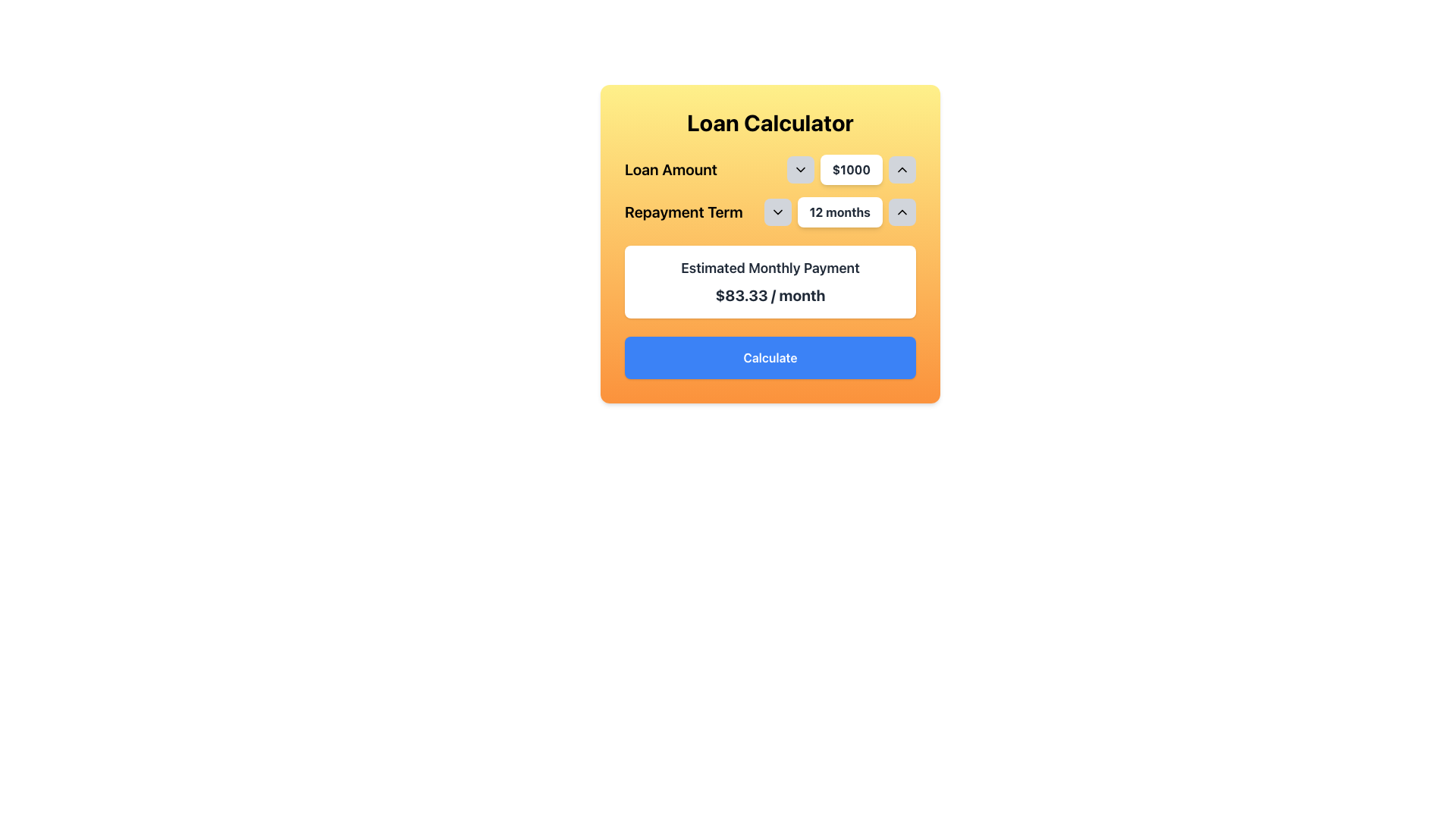 The height and width of the screenshot is (819, 1456). I want to click on the downward-pointing chevron icon located to the right of the '12 months' numeric input box, so click(777, 212).